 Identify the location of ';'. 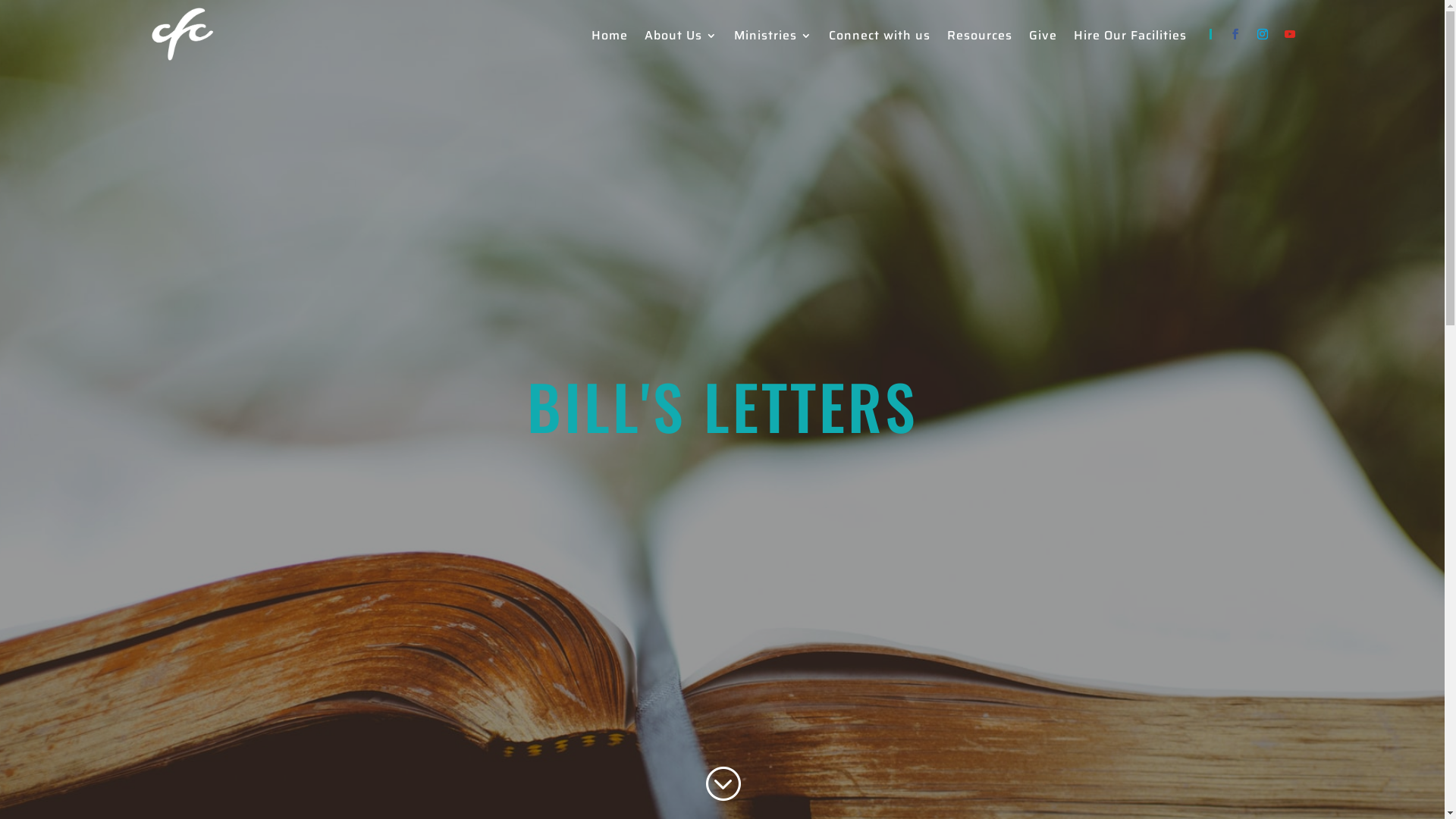
(721, 783).